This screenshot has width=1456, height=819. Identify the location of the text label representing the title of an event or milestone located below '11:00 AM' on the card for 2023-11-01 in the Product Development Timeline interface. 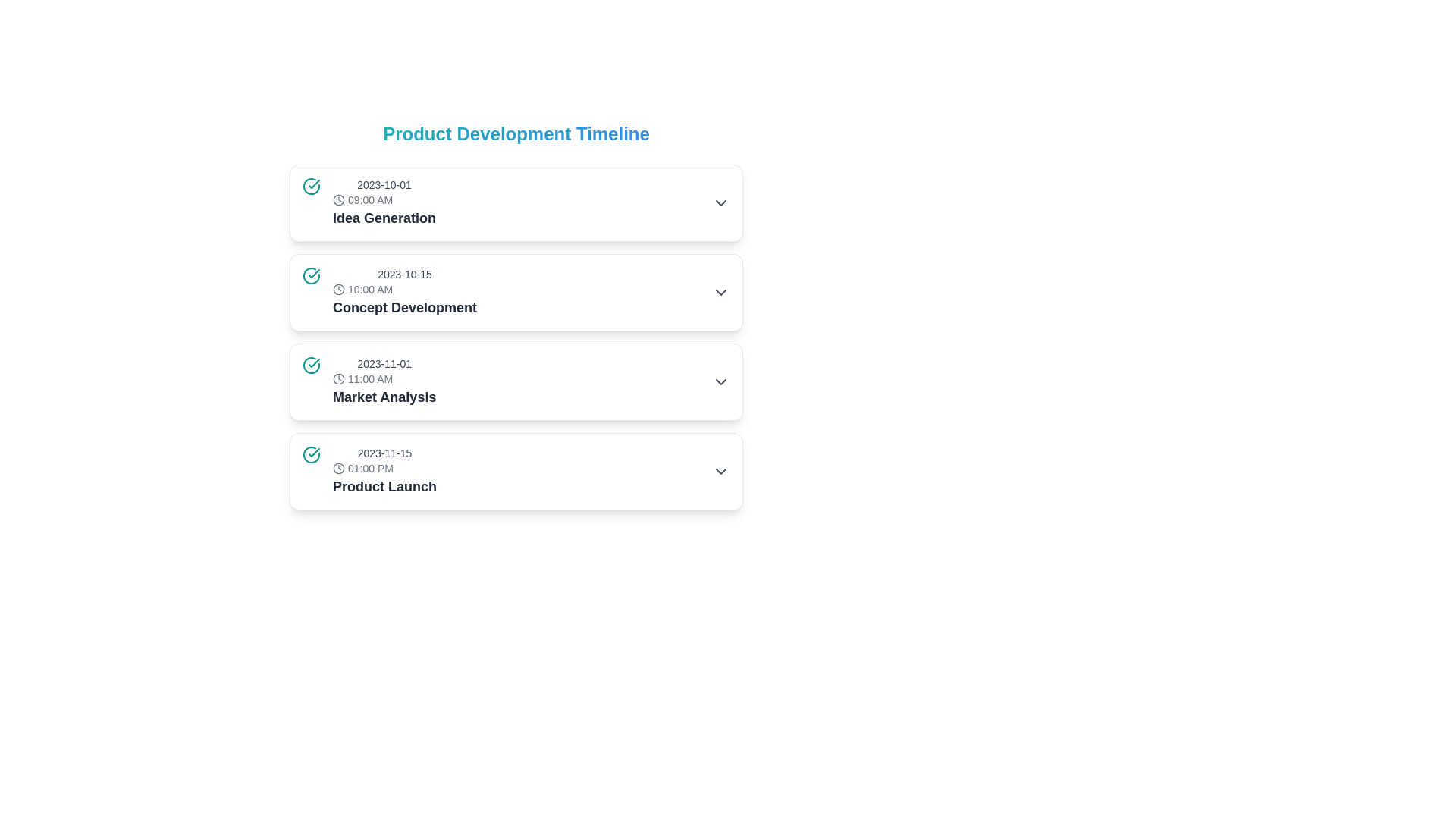
(384, 397).